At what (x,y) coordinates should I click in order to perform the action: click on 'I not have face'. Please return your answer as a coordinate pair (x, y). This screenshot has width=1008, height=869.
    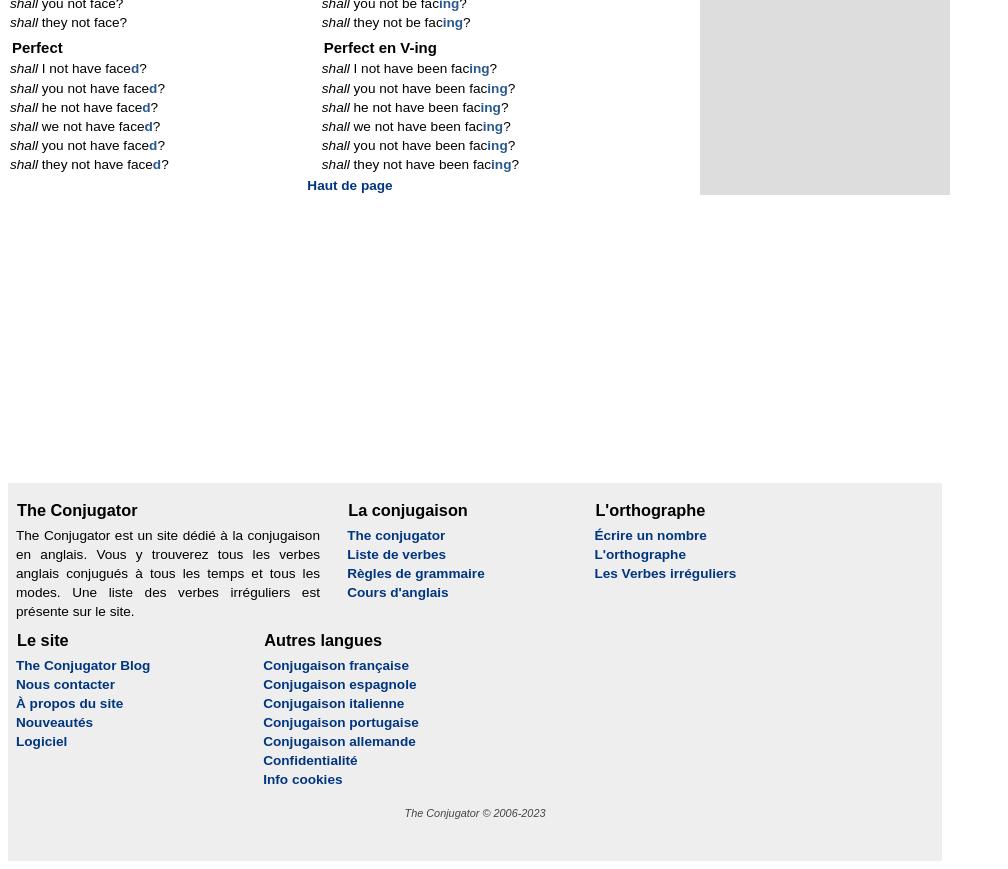
    Looking at the image, I should click on (36, 67).